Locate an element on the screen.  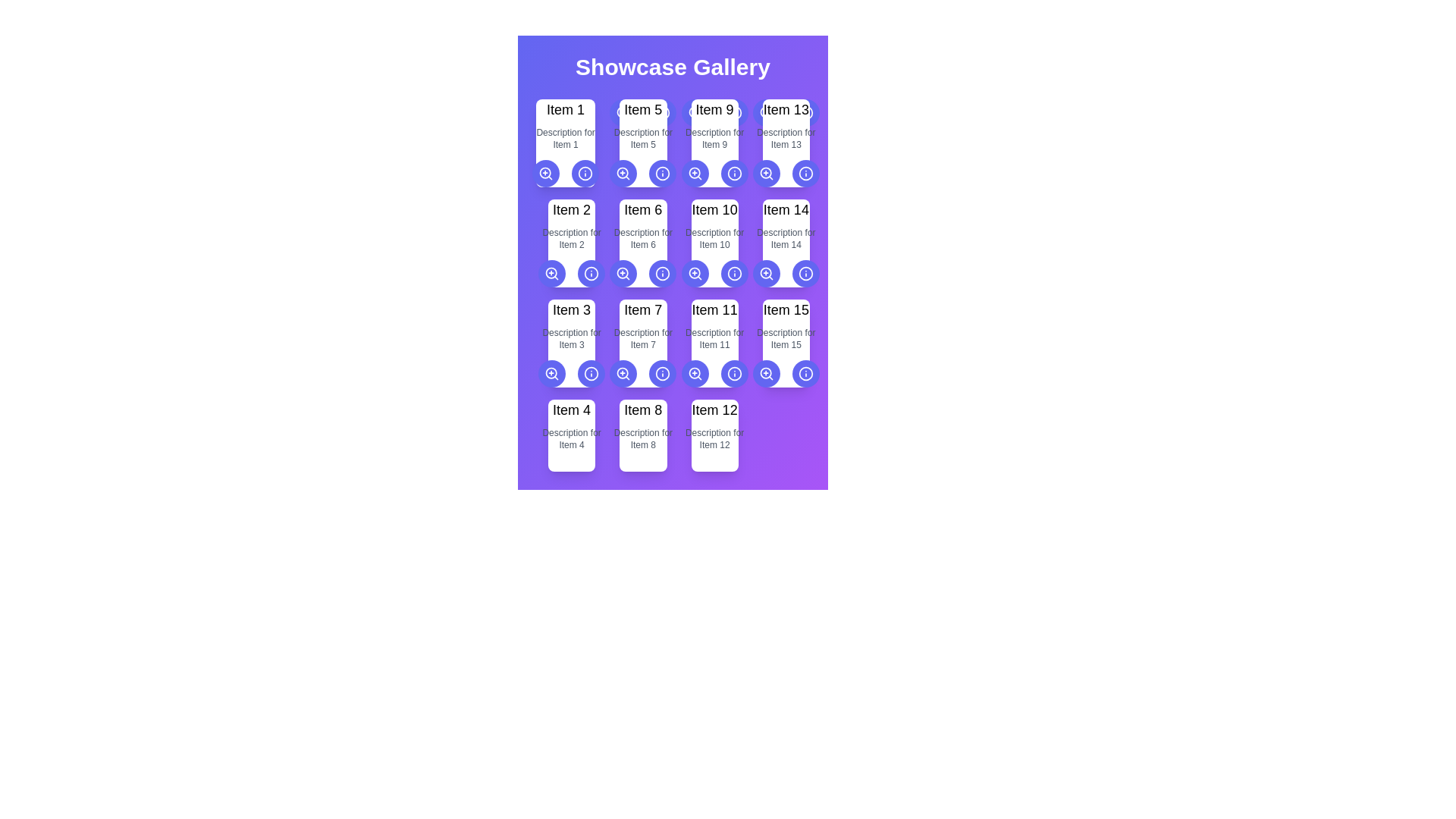
the first circle element within the zoom-in SVG graphic, located in the second card of the gallery grid layout is located at coordinates (551, 273).